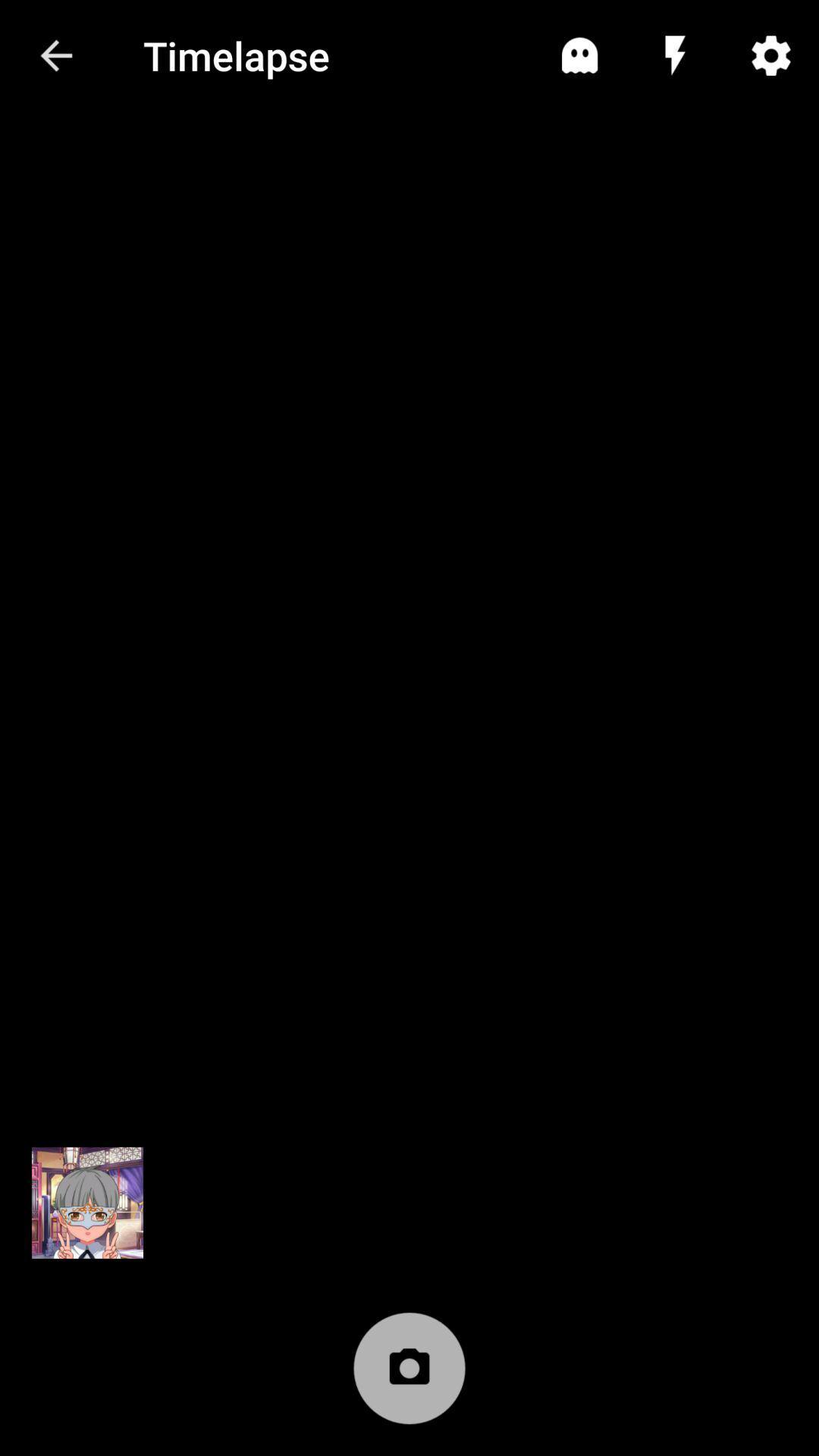 The height and width of the screenshot is (1456, 819). Describe the element at coordinates (409, 1376) in the screenshot. I see `camera` at that location.